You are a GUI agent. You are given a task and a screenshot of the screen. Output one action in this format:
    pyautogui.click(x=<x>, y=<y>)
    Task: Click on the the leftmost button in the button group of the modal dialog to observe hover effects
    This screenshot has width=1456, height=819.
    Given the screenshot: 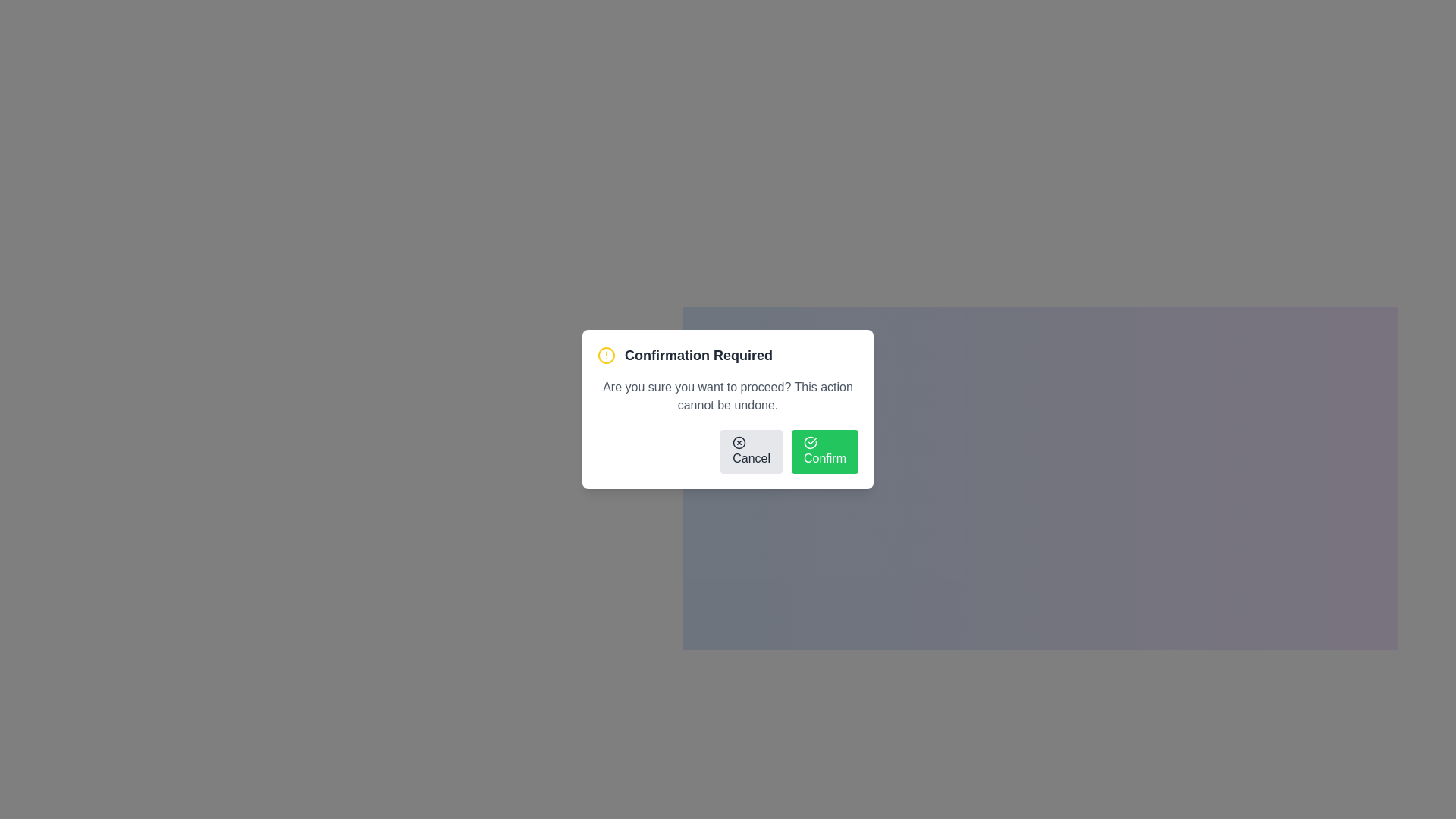 What is the action you would take?
    pyautogui.click(x=752, y=451)
    